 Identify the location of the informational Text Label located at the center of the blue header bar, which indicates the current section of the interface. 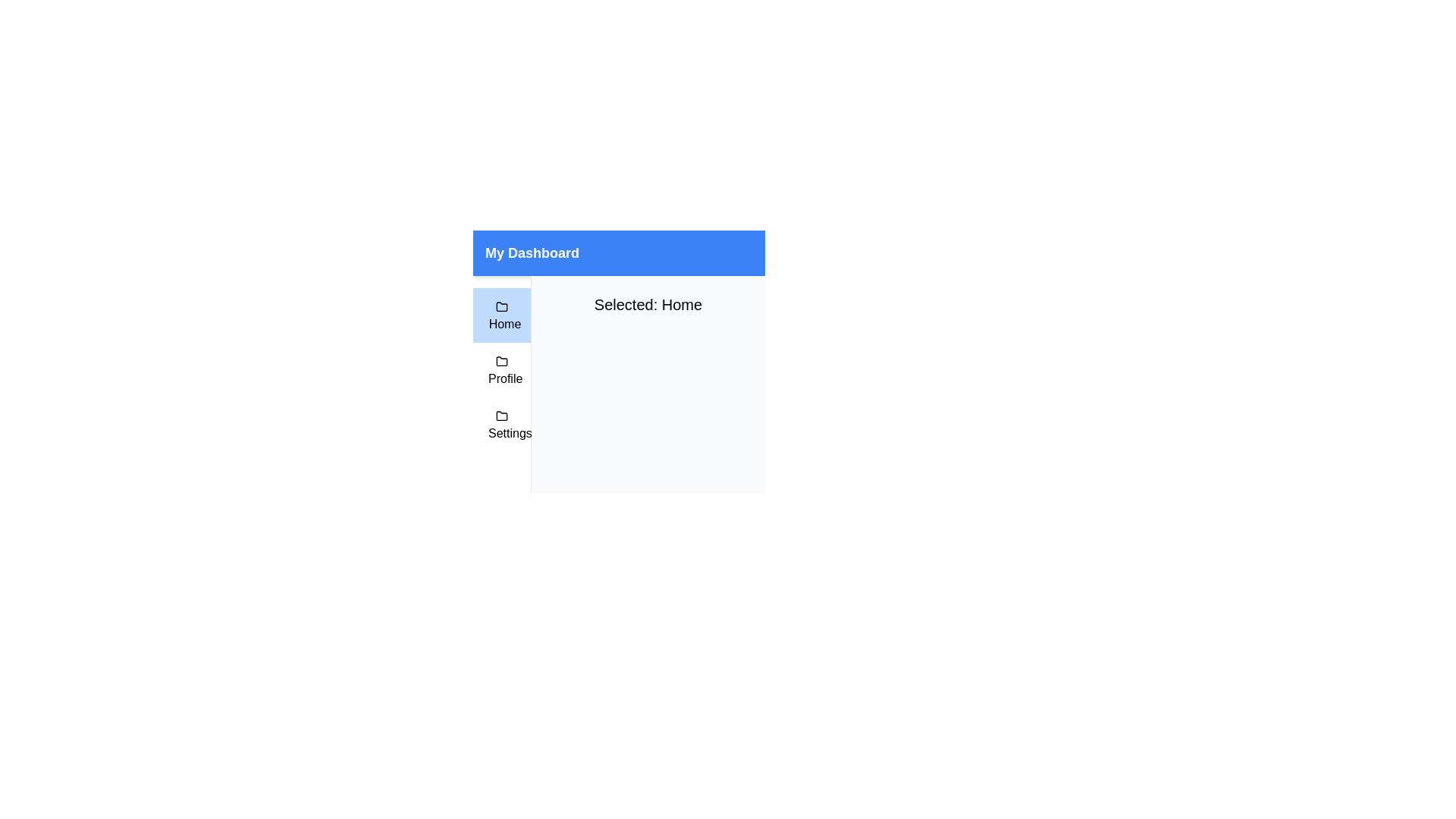
(532, 253).